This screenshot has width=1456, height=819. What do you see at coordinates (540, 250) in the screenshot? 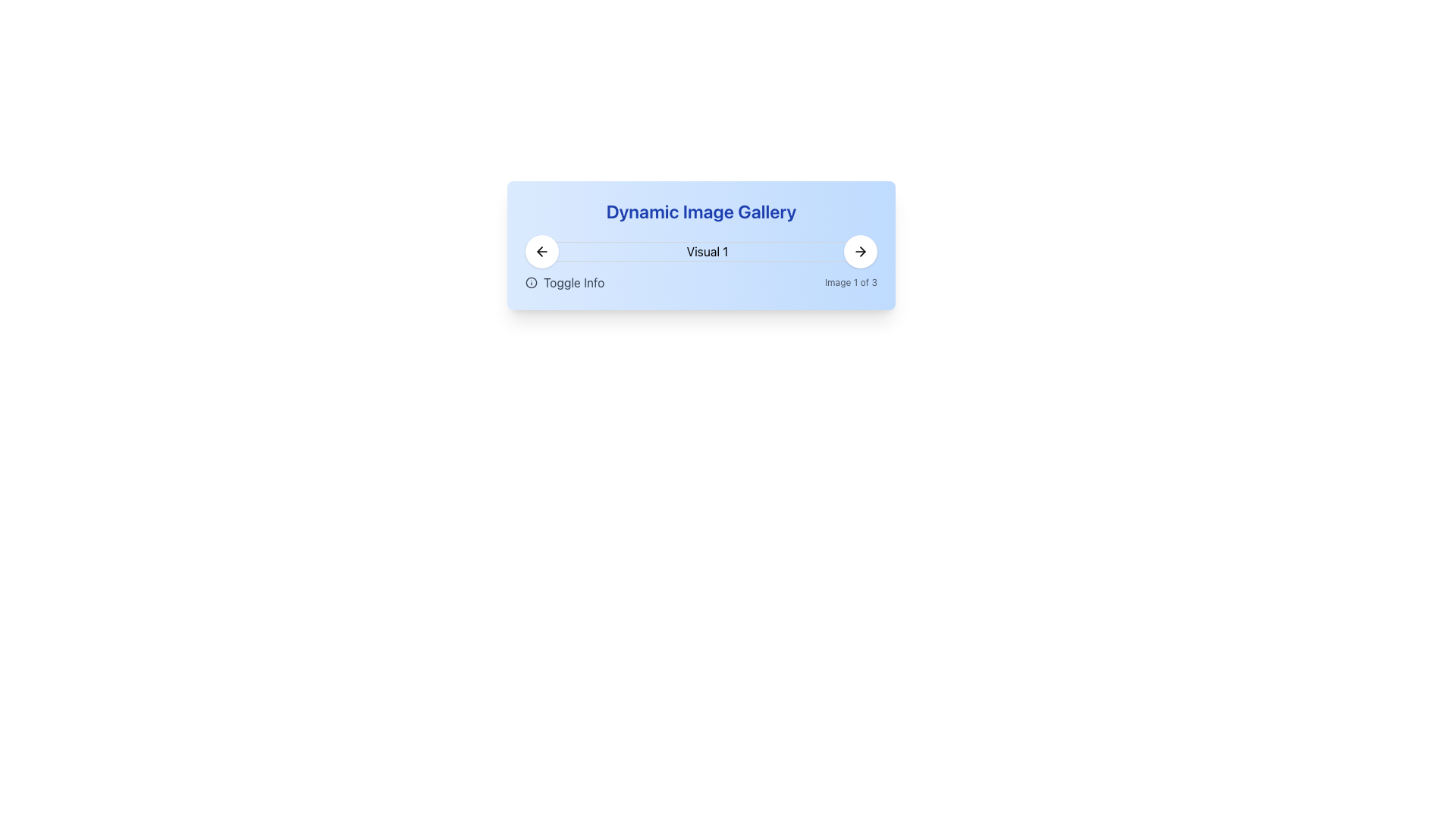
I see `the leftward-facing arrow icon located within the circular button on the left side of the header bar, adjacent to the 'Visual 1' text` at bounding box center [540, 250].